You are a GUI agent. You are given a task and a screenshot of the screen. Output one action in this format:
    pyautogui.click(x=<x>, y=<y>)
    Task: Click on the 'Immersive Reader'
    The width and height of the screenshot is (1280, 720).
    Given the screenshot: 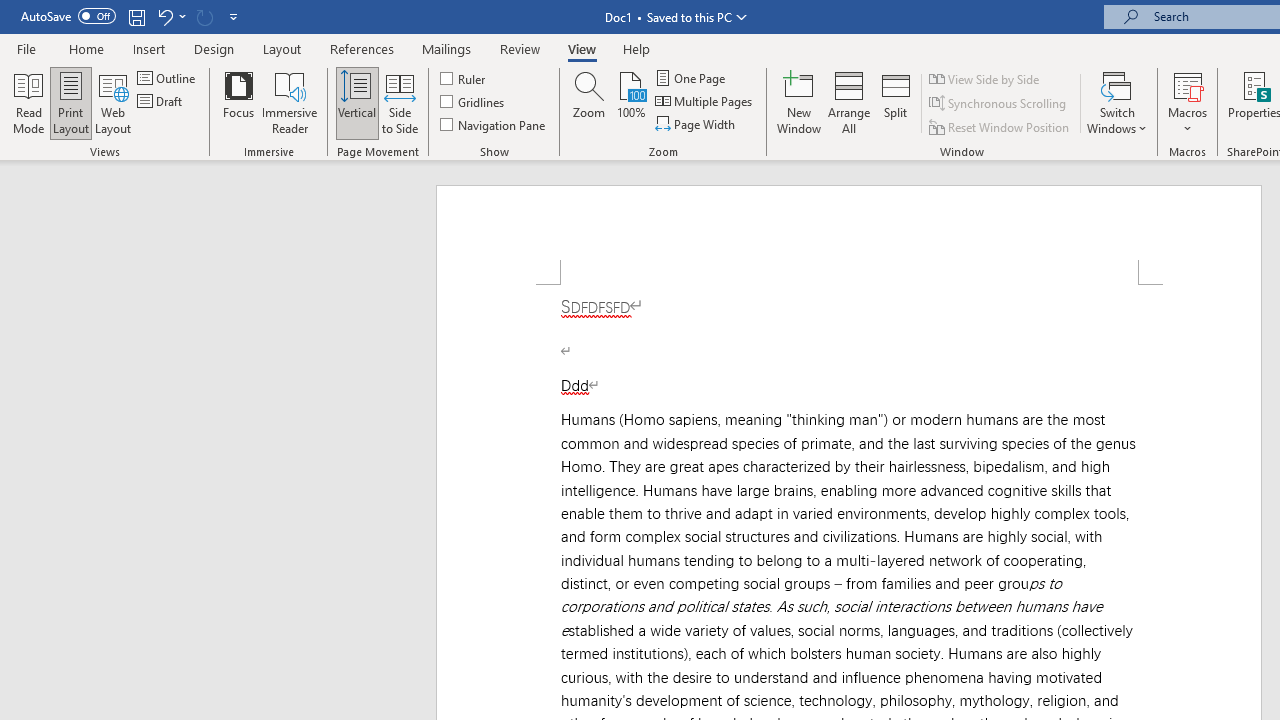 What is the action you would take?
    pyautogui.click(x=288, y=103)
    